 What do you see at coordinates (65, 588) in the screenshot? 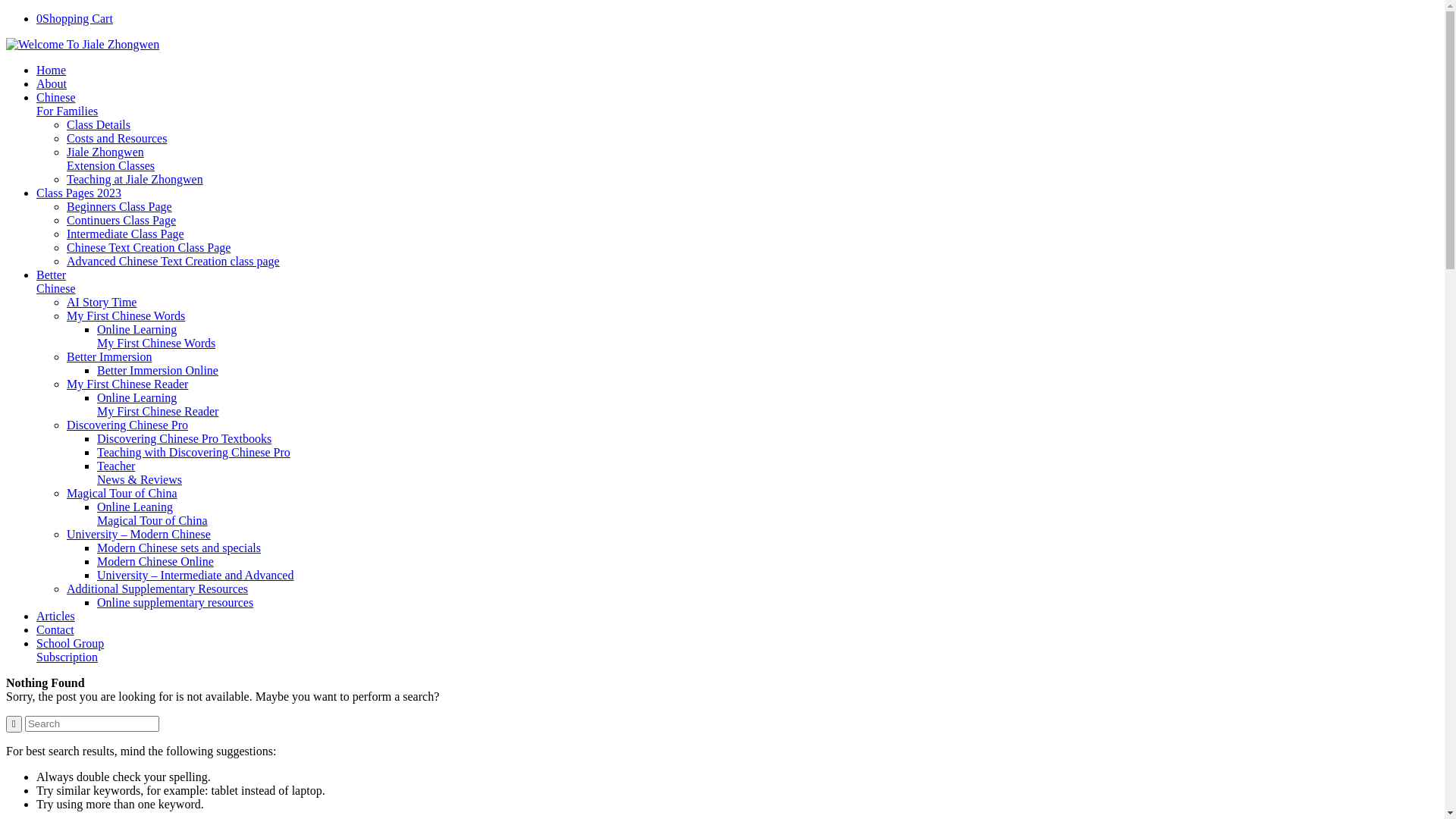
I see `'Additional Supplementary Resources'` at bounding box center [65, 588].